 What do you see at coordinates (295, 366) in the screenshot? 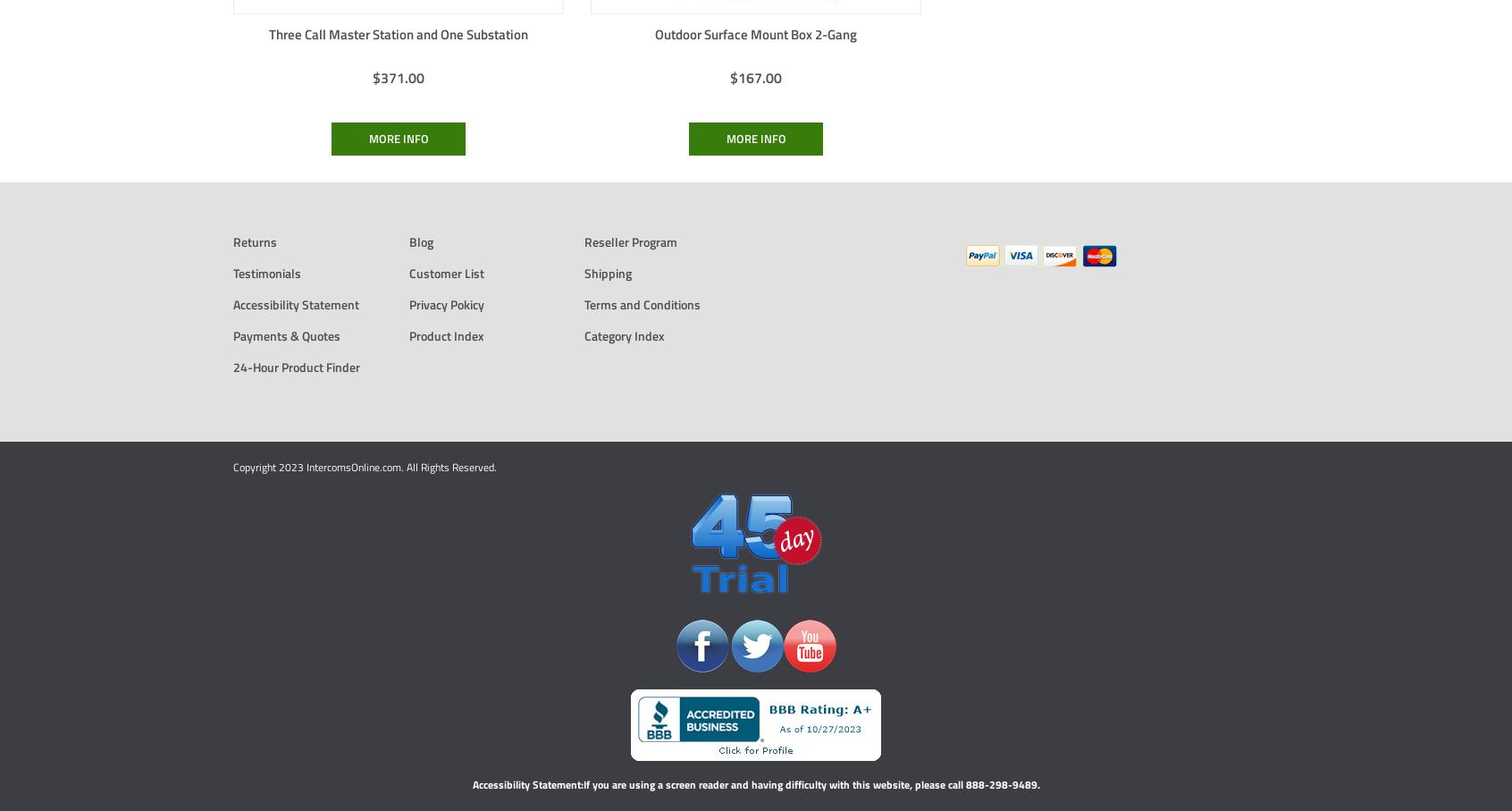
I see `'24-Hour Product Finder'` at bounding box center [295, 366].